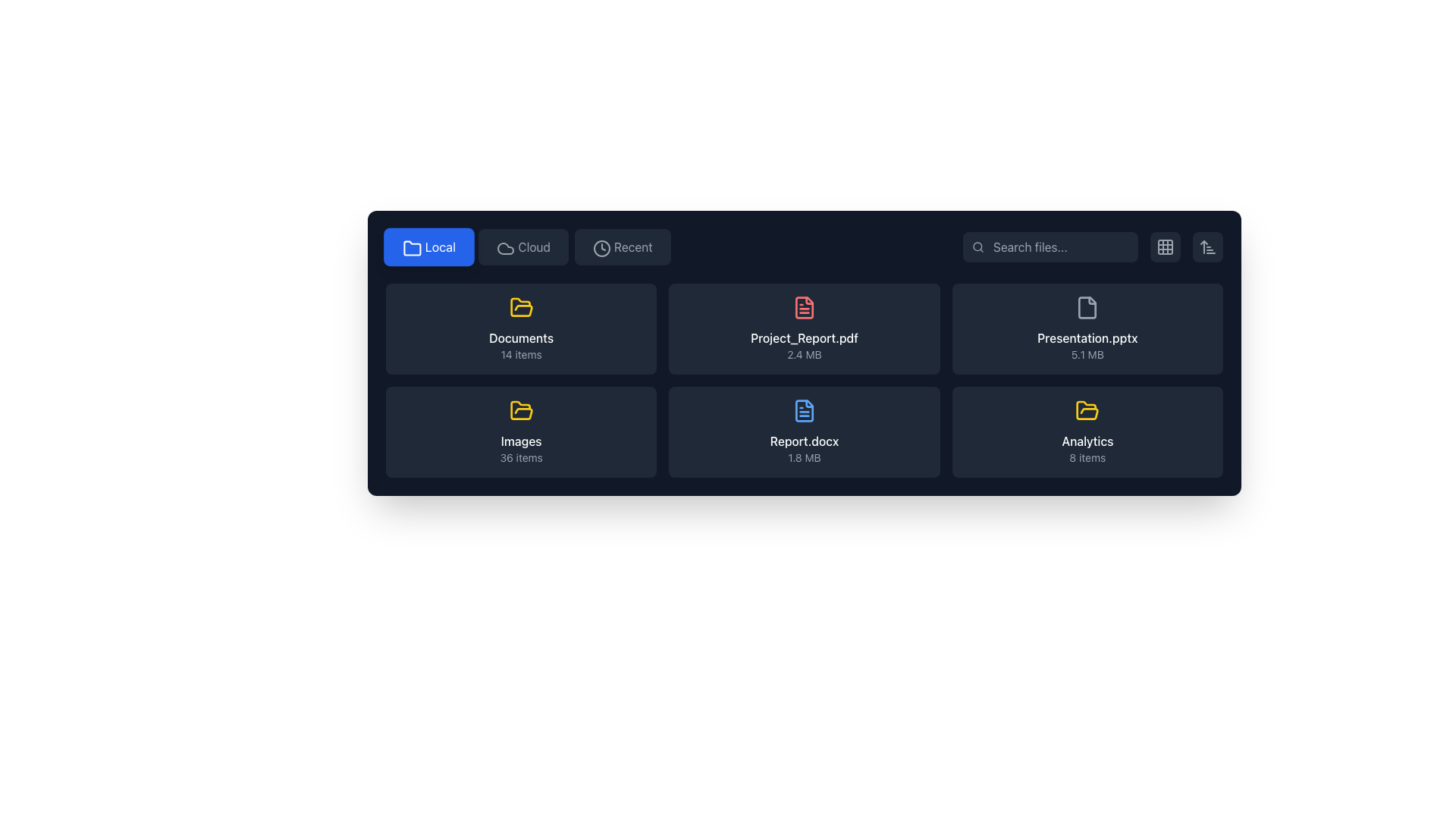 This screenshot has width=1456, height=819. What do you see at coordinates (803, 441) in the screenshot?
I see `the text label displaying the file name 'Report.docx'` at bounding box center [803, 441].